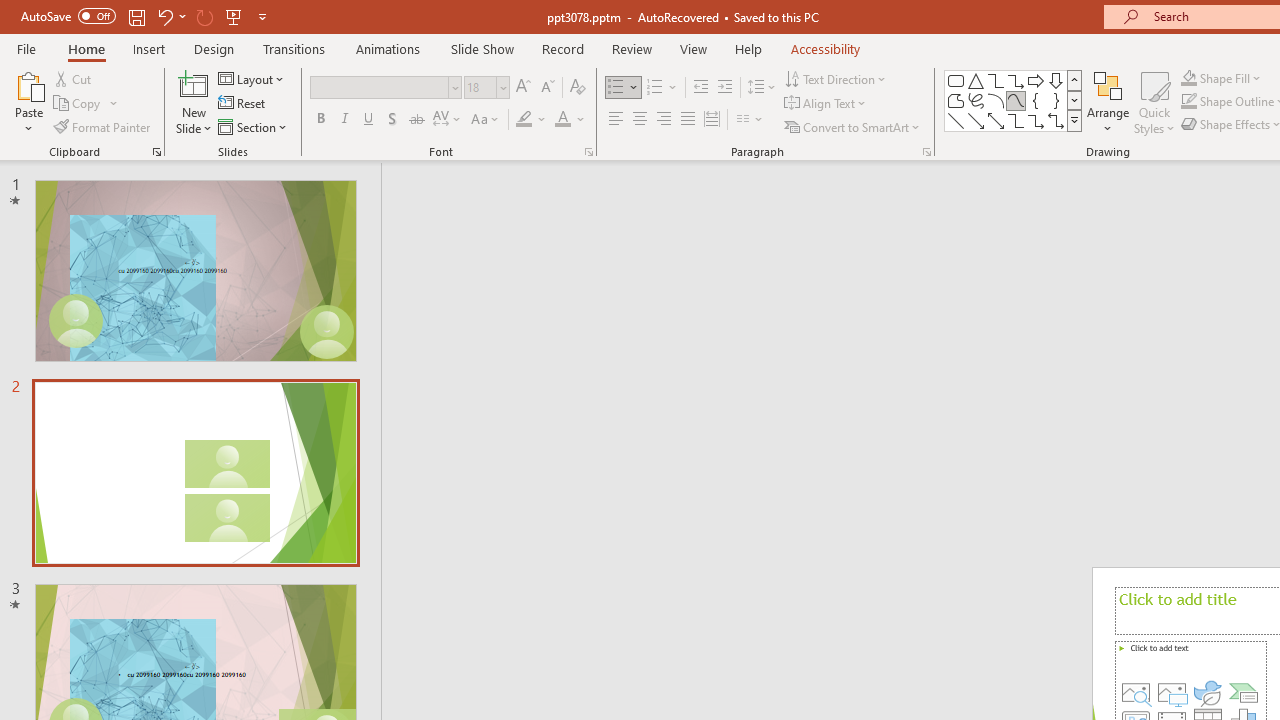 Image resolution: width=1280 pixels, height=720 pixels. What do you see at coordinates (1189, 77) in the screenshot?
I see `'Shape Fill Dark Green, Accent 2'` at bounding box center [1189, 77].